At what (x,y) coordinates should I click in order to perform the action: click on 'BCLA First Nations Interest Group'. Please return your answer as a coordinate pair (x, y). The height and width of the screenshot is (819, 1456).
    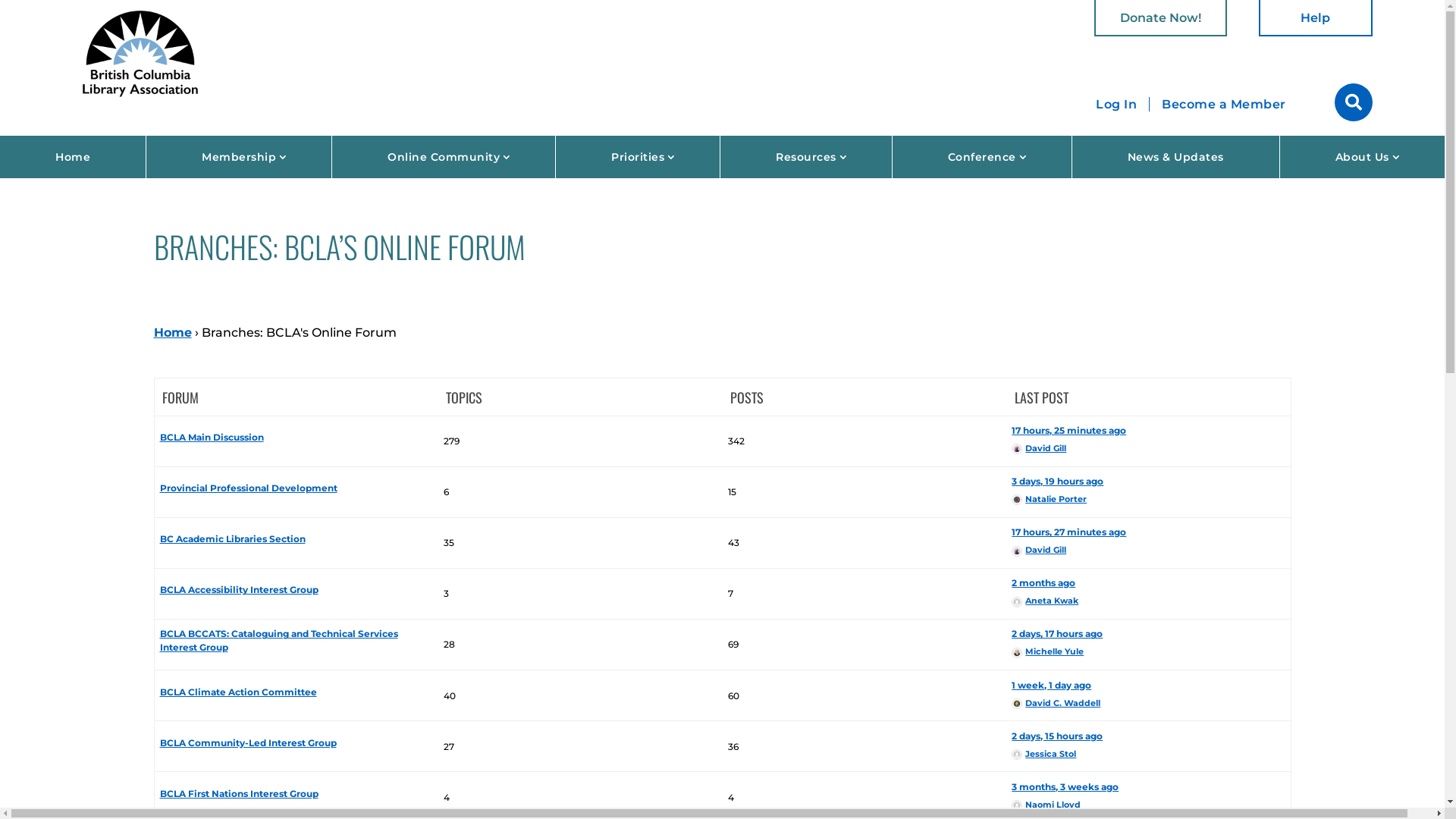
    Looking at the image, I should click on (238, 792).